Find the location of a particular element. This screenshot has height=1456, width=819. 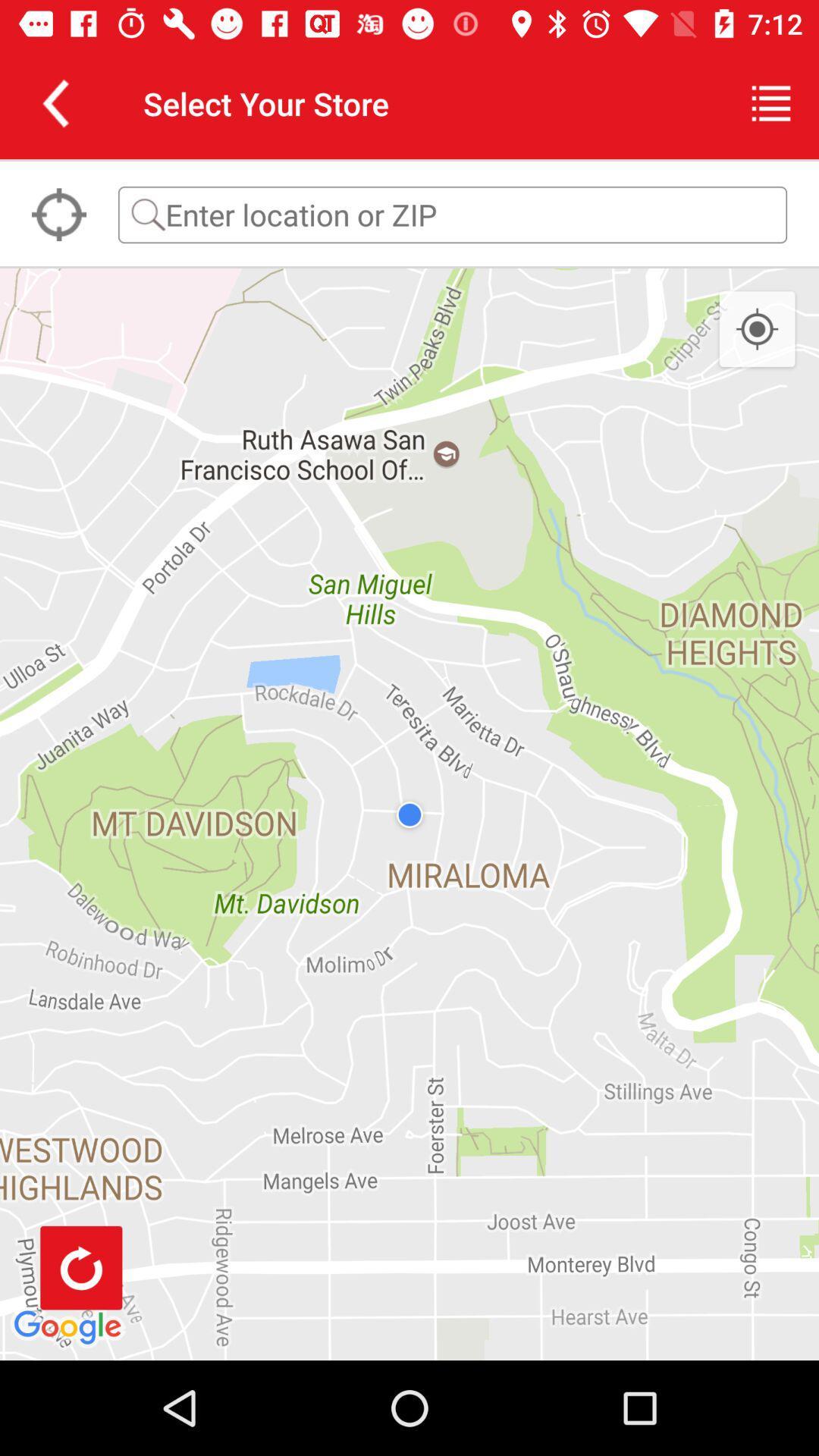

item next to the select your store icon is located at coordinates (771, 102).